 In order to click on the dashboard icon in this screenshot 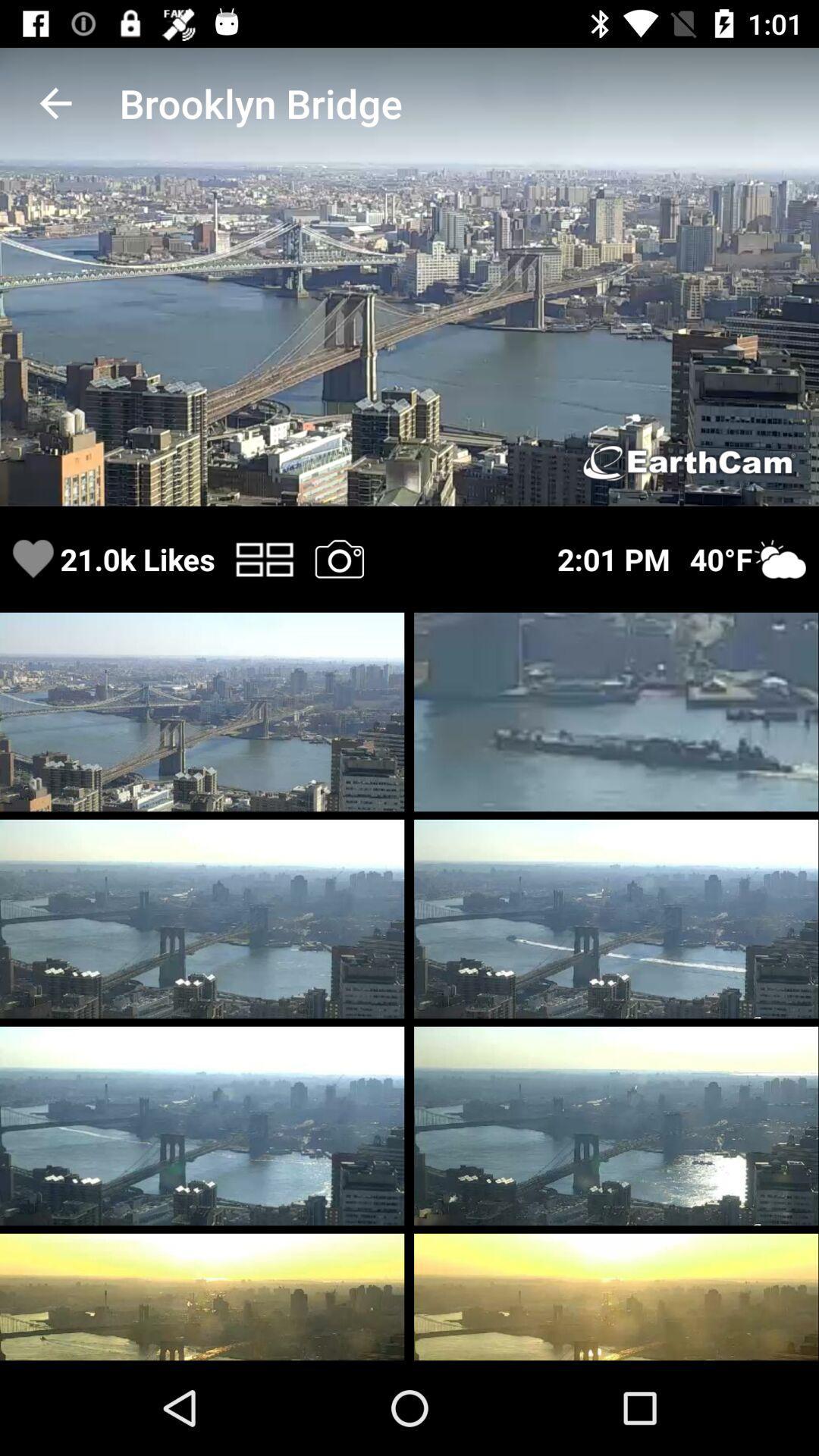, I will do `click(264, 558)`.